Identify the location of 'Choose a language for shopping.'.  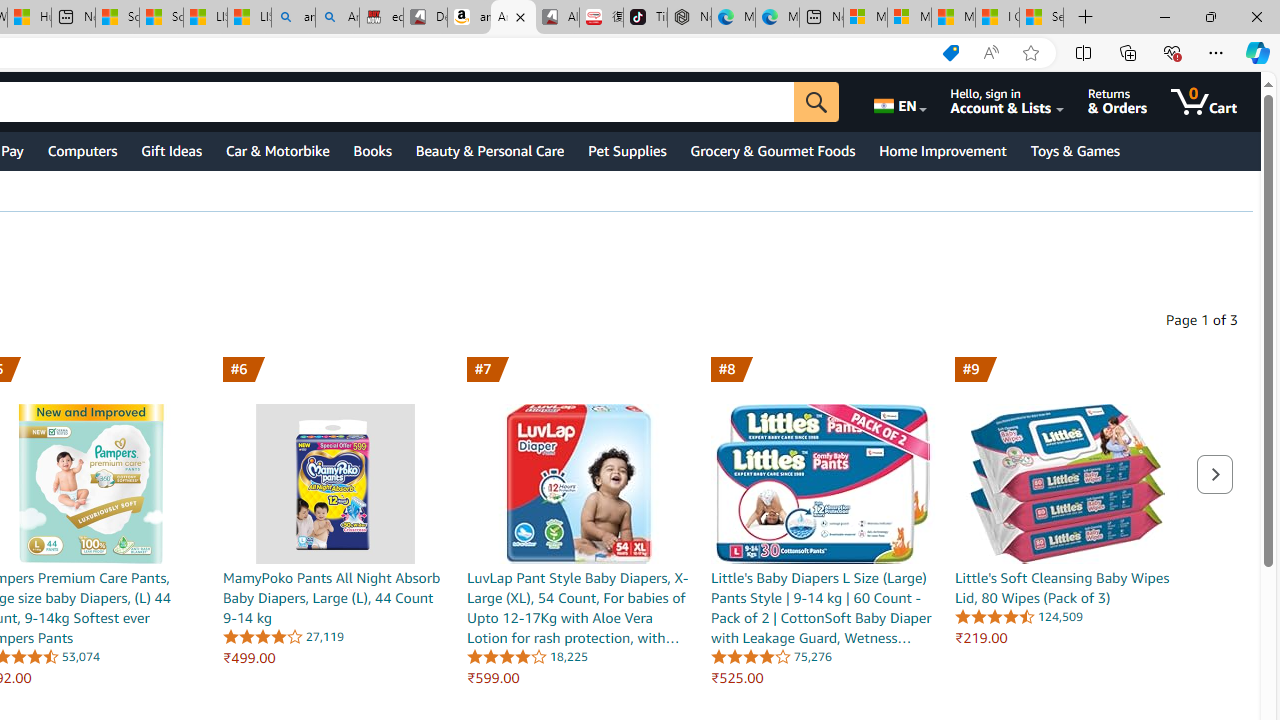
(897, 101).